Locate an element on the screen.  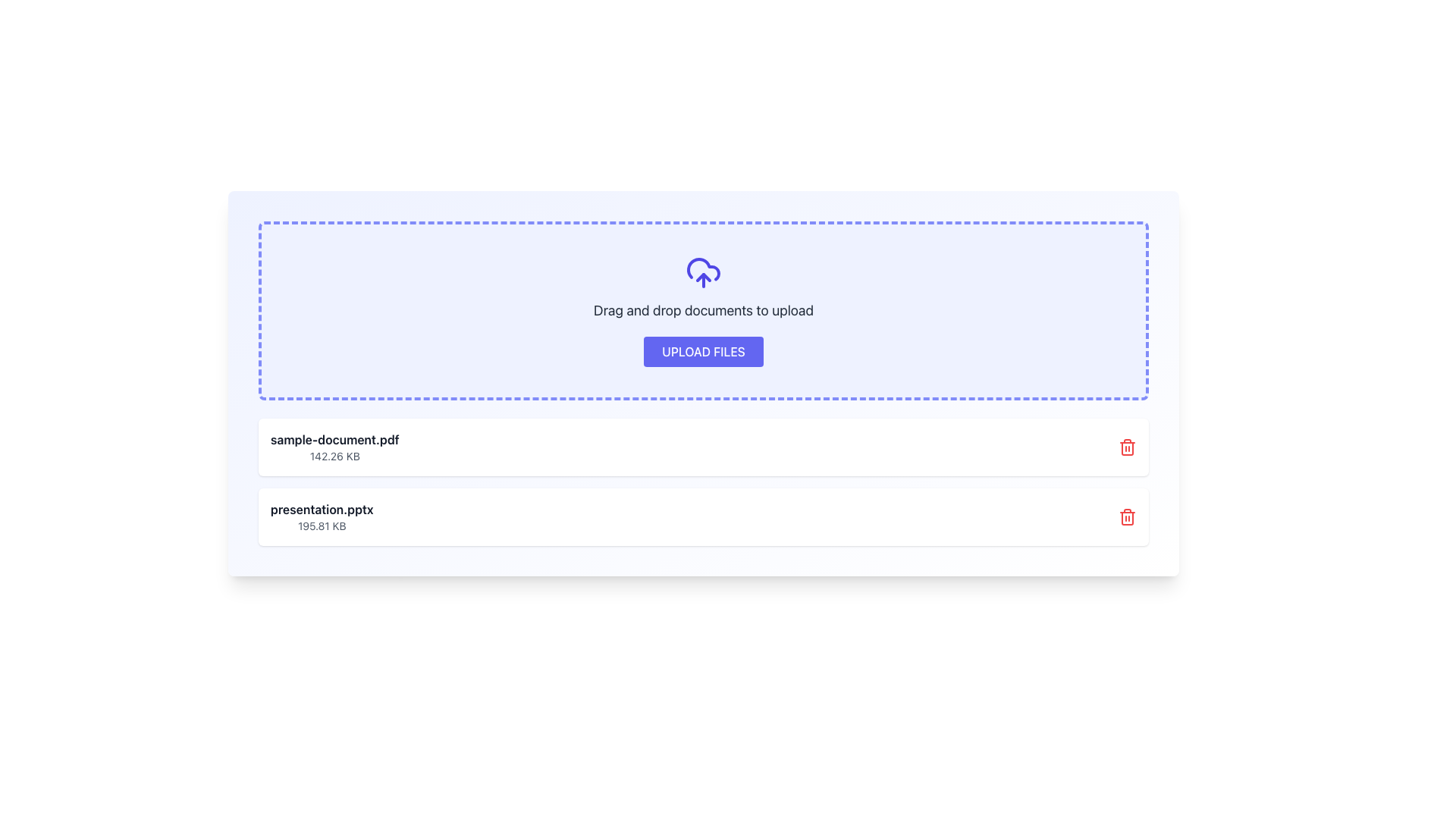
the outer curved boundary of the minimalistic cloud icon in the upload interface, which is positioned centrally above the 'UPLOAD FILES' button is located at coordinates (702, 268).